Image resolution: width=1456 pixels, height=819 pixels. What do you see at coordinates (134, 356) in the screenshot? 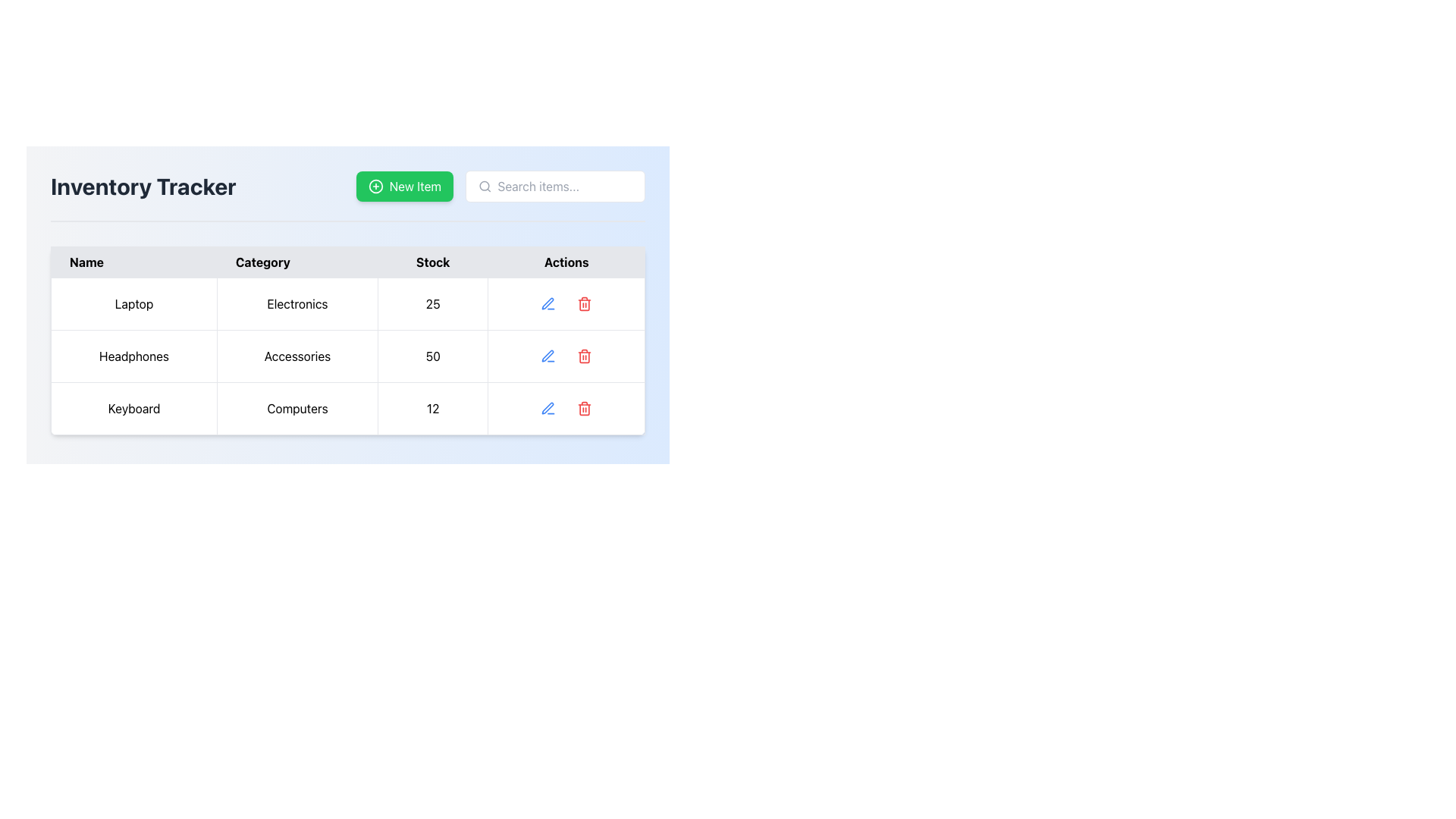
I see `the Text Label displaying the product name in the inventory list` at bounding box center [134, 356].